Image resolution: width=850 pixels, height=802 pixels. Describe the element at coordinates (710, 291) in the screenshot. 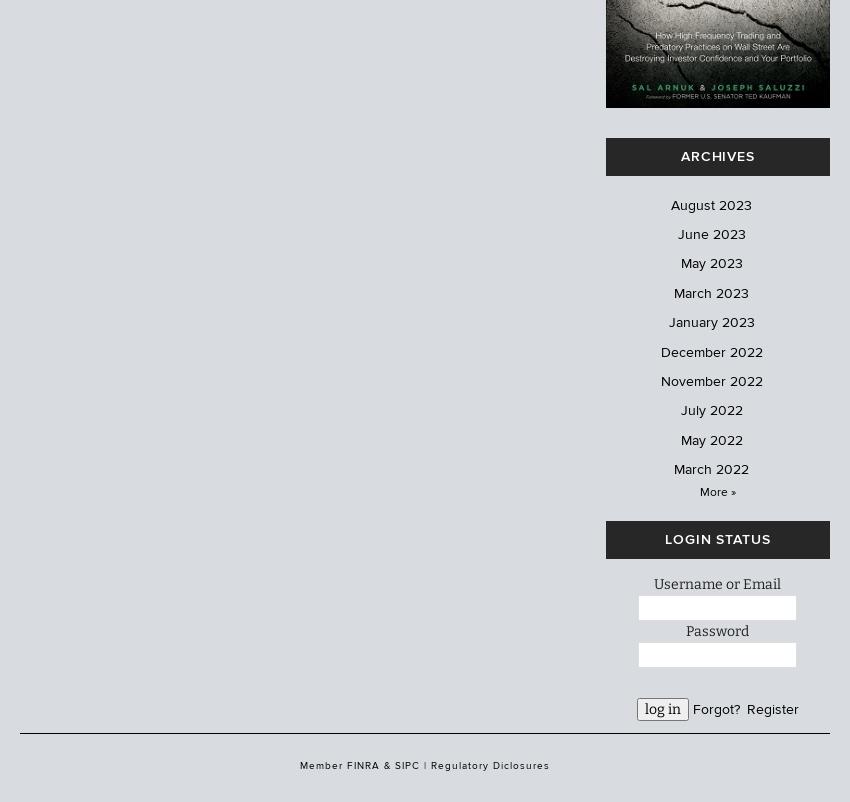

I see `'March 2023'` at that location.